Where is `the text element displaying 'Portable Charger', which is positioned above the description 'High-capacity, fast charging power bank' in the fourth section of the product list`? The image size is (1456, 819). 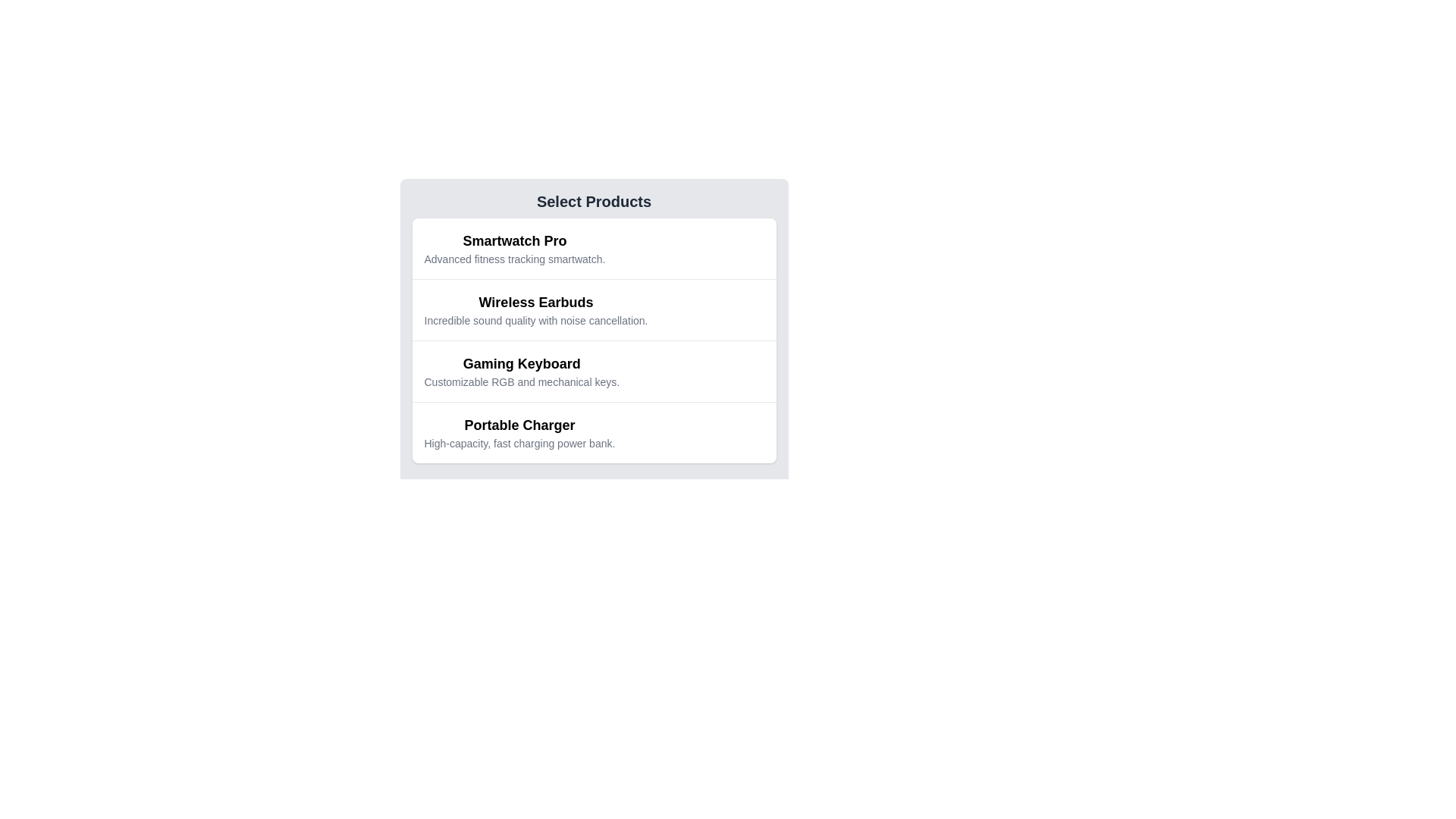
the text element displaying 'Portable Charger', which is positioned above the description 'High-capacity, fast charging power bank' in the fourth section of the product list is located at coordinates (519, 425).